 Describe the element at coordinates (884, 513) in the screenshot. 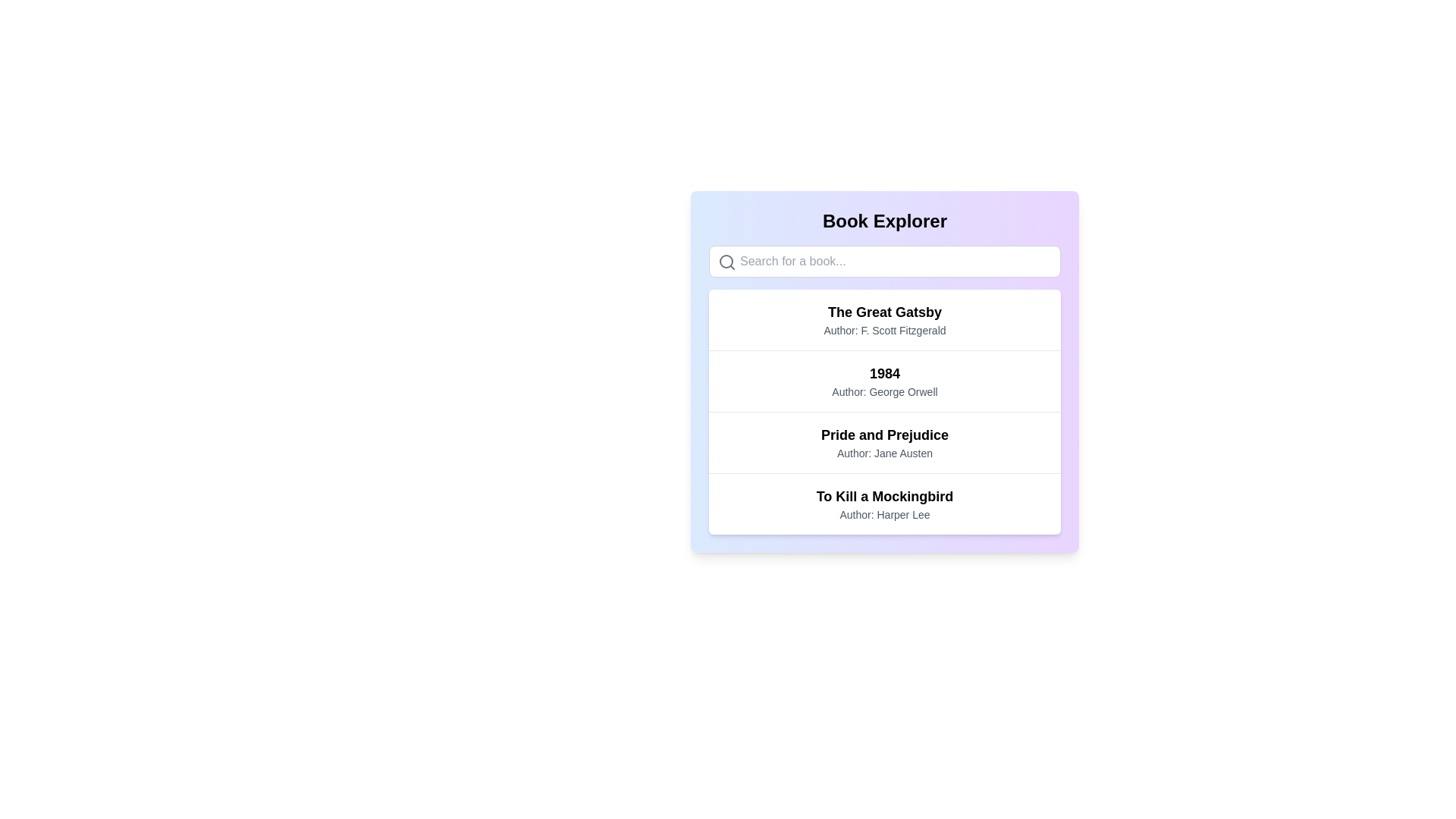

I see `the text label displaying 'Author: Harper Lee', which is styled in smaller gray font and positioned directly below 'To Kill a Mockingbird'` at that location.